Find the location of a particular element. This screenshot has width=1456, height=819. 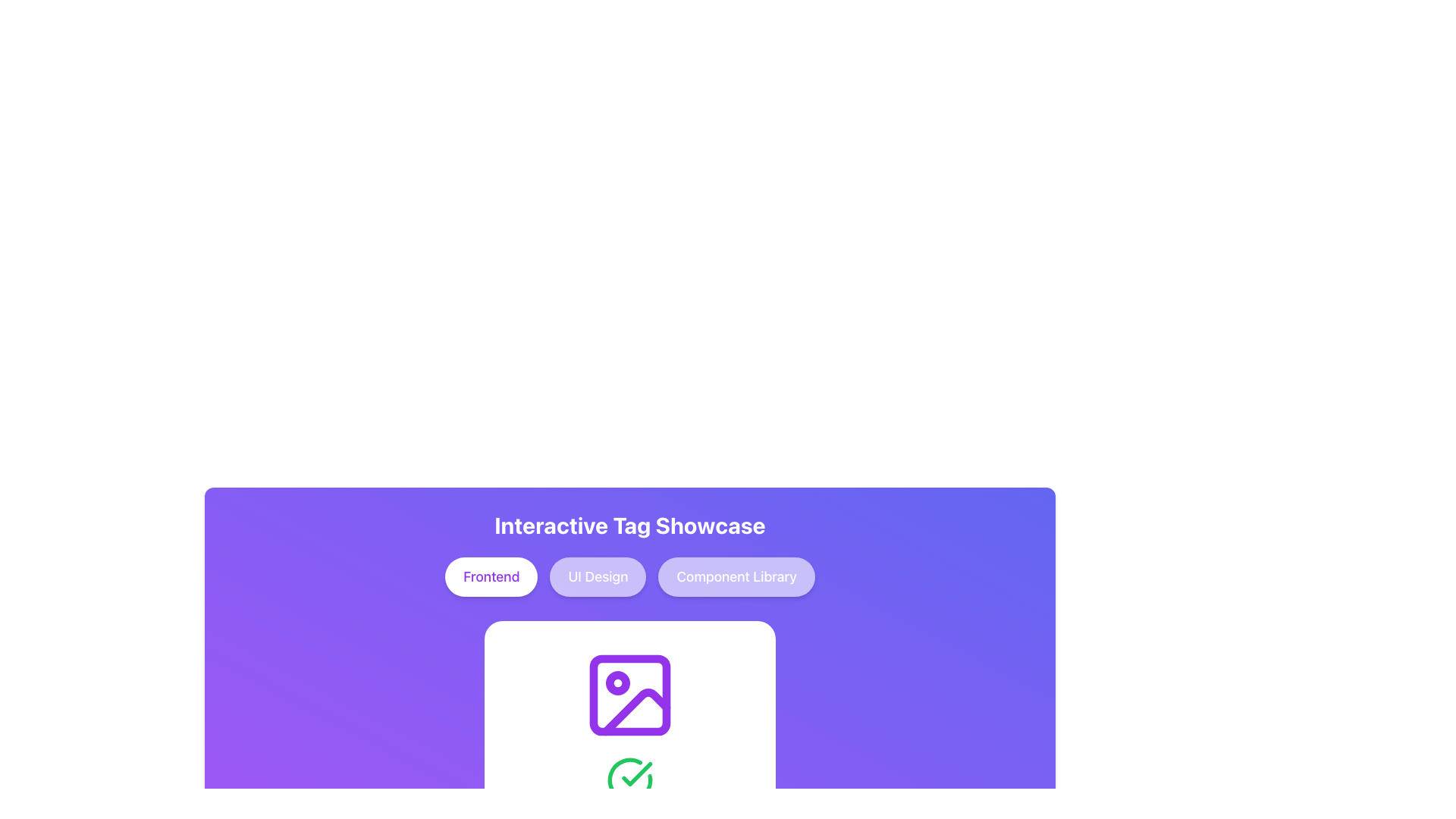

the Text Label that displays 'Interactive Tag Showcase' in bold, large white text on a purple gradient background, located at the top of the card is located at coordinates (629, 525).